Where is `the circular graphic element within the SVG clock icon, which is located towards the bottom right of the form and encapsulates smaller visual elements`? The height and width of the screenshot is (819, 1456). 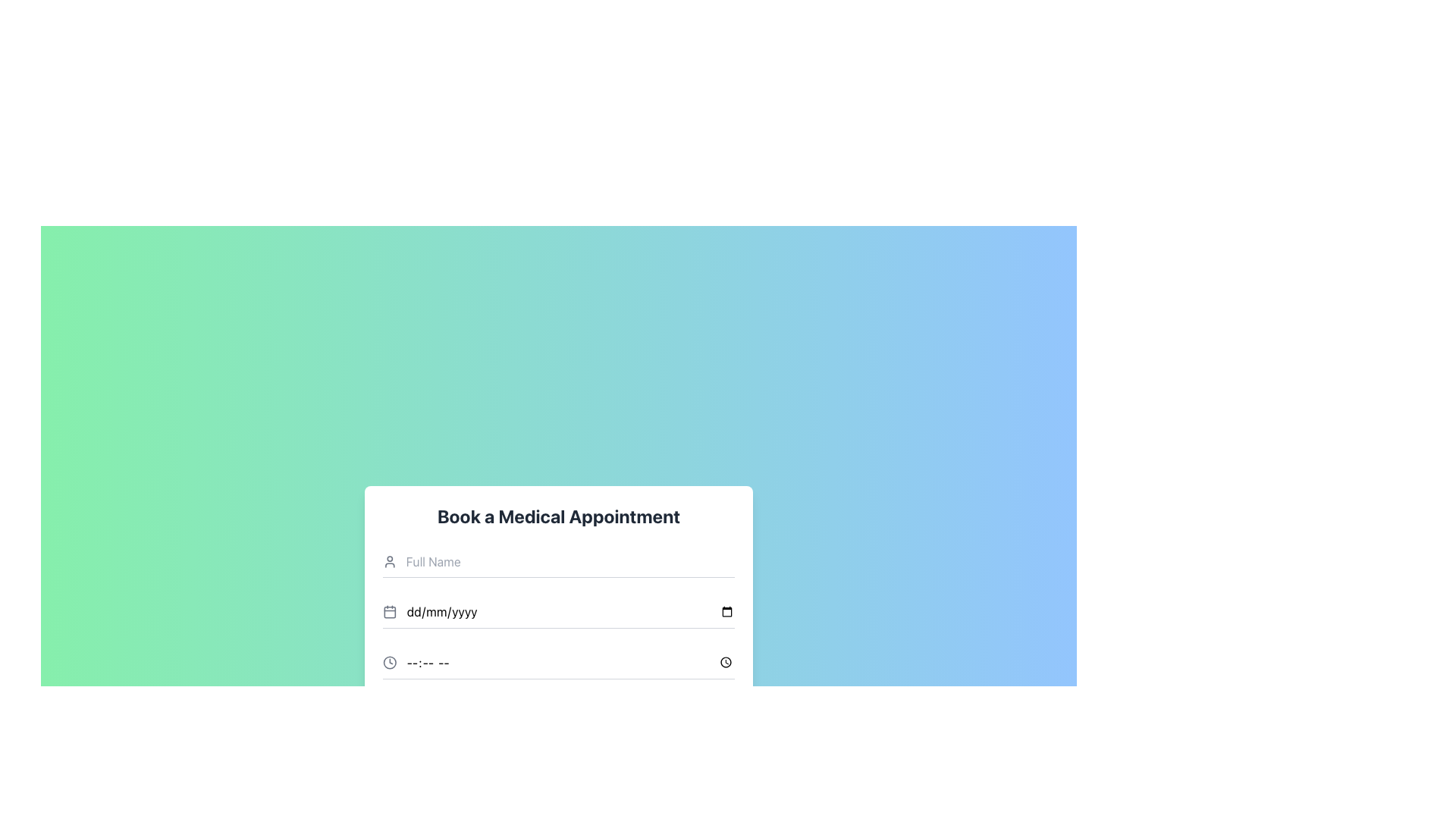 the circular graphic element within the SVG clock icon, which is located towards the bottom right of the form and encapsulates smaller visual elements is located at coordinates (390, 661).